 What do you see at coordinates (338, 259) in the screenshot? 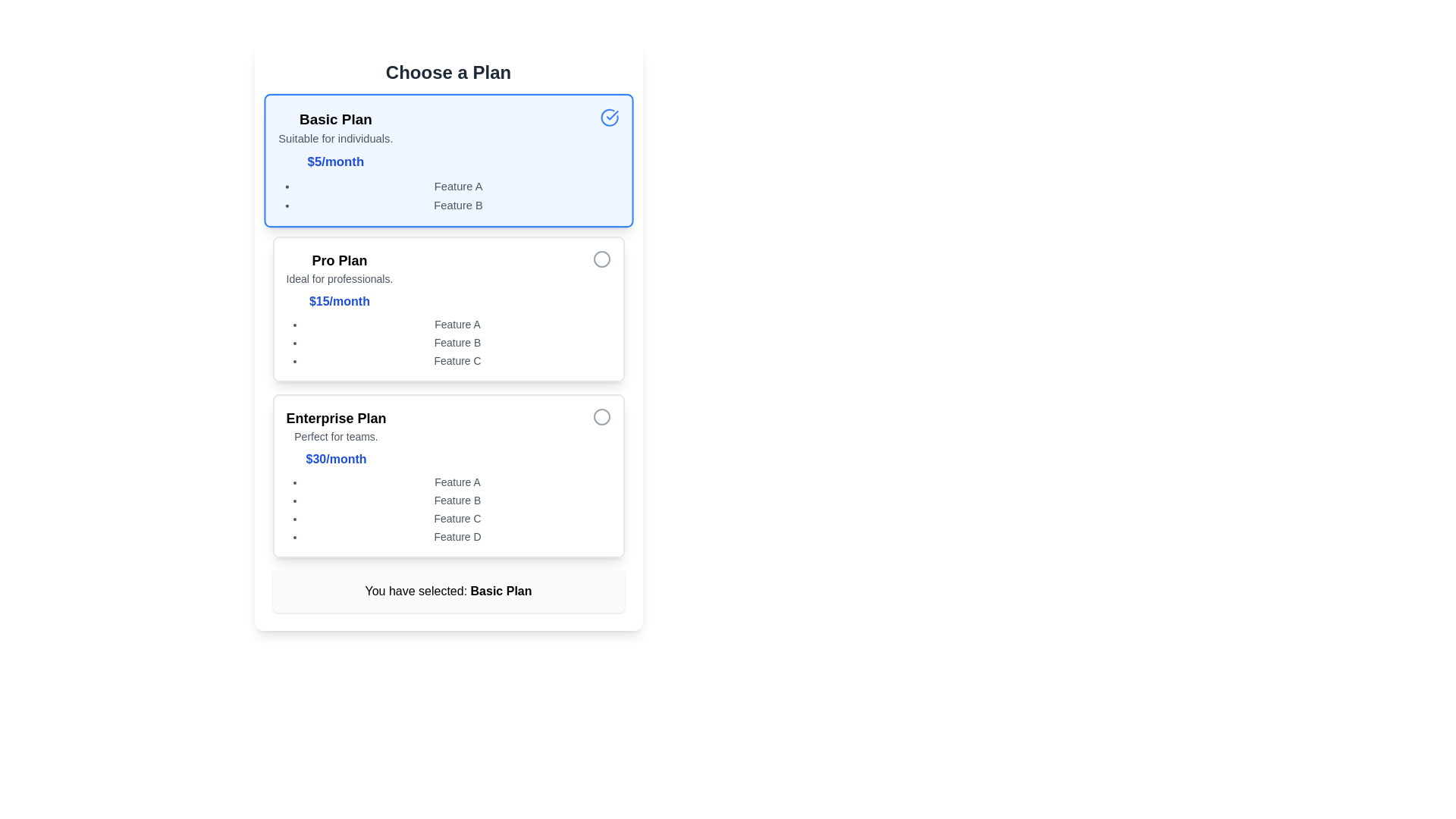
I see `the bold, large text reading 'Pro Plan' located at the top of the second card in a vertical list of plan options` at bounding box center [338, 259].